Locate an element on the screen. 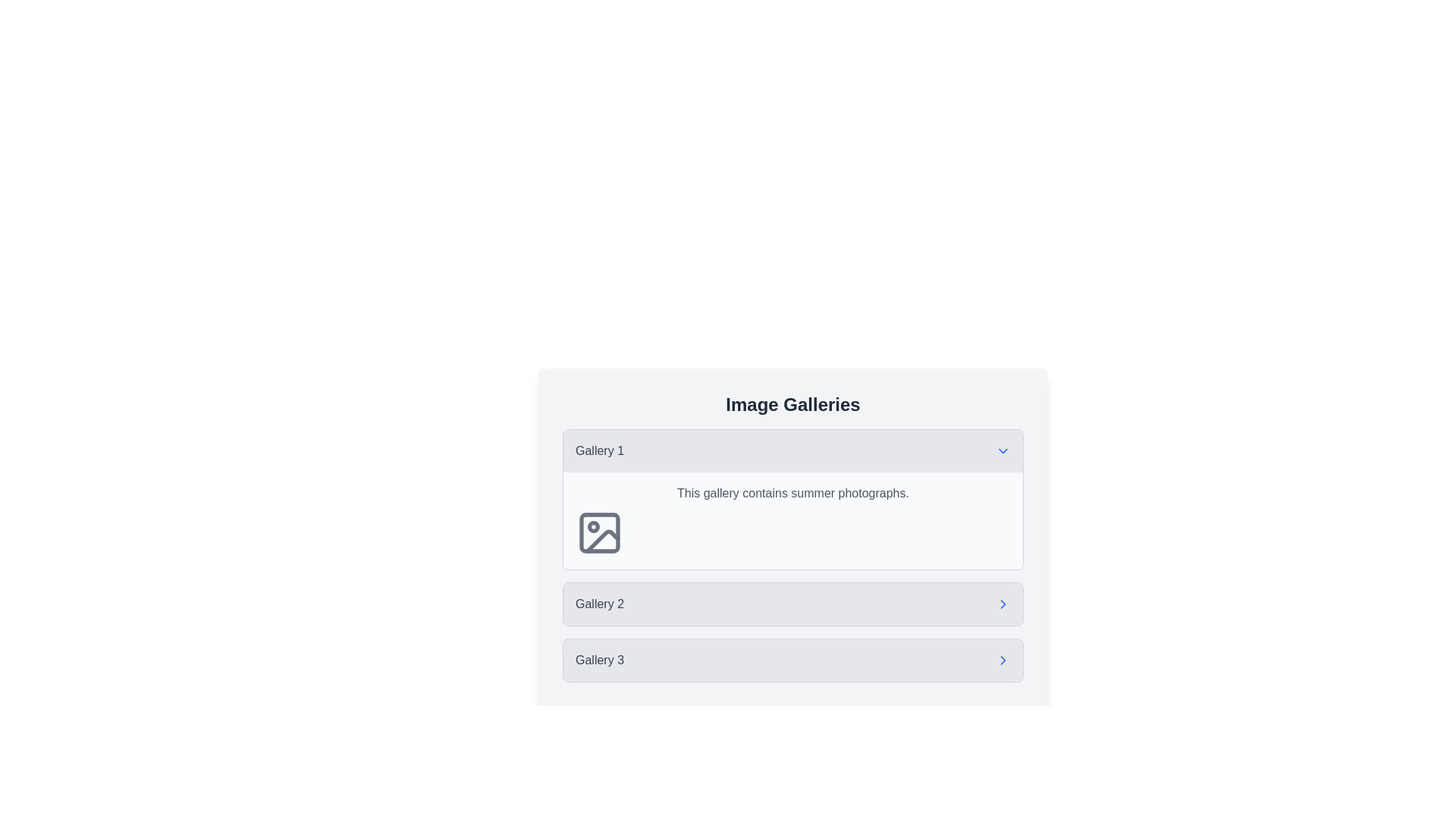  the 'Gallery 2' navigation button located in the vertical stack of gallery buttons is located at coordinates (792, 604).